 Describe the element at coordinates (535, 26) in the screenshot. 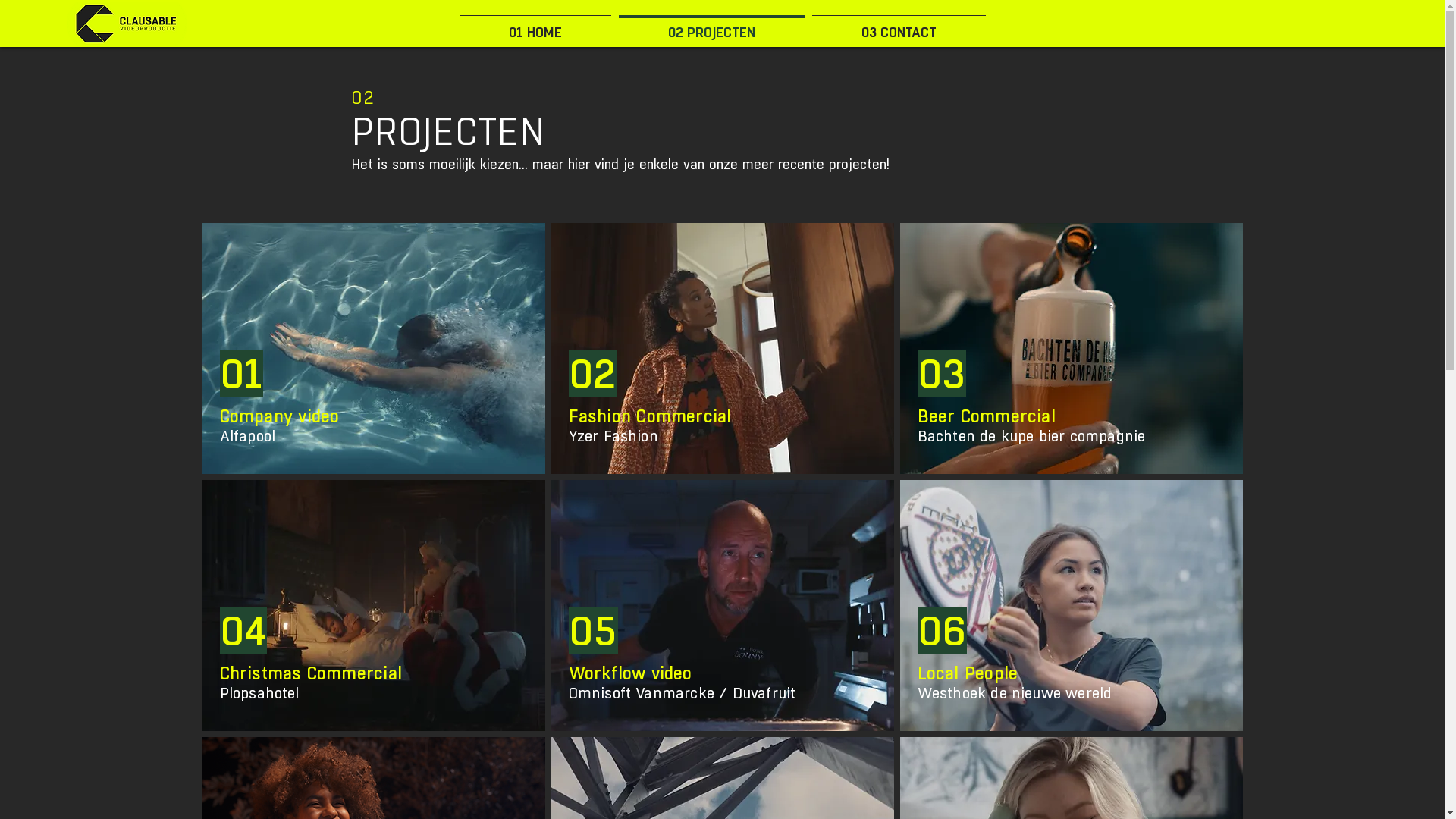

I see `'01 HOME'` at that location.